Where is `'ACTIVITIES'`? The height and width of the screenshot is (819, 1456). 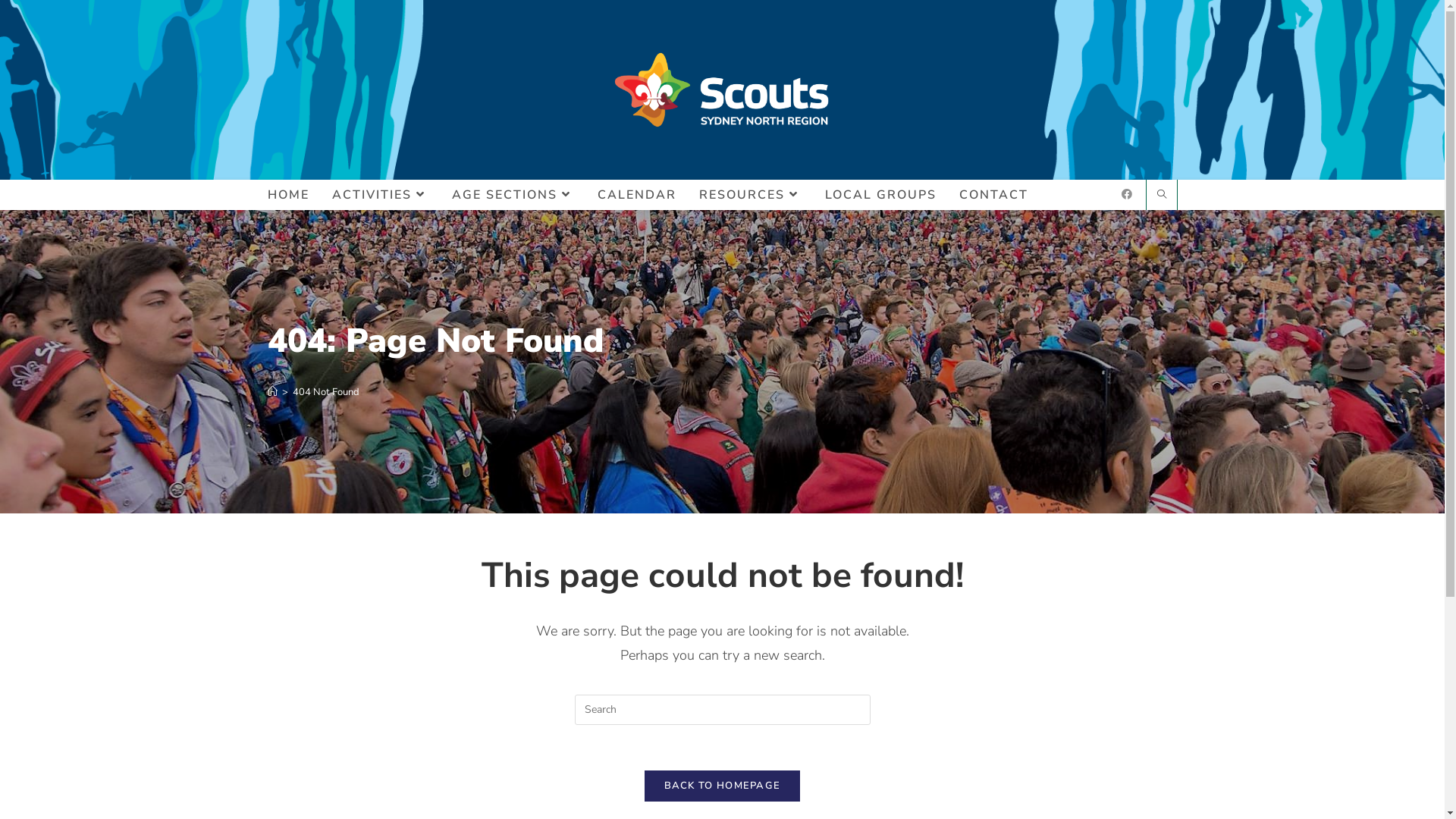
'ACTIVITIES' is located at coordinates (379, 194).